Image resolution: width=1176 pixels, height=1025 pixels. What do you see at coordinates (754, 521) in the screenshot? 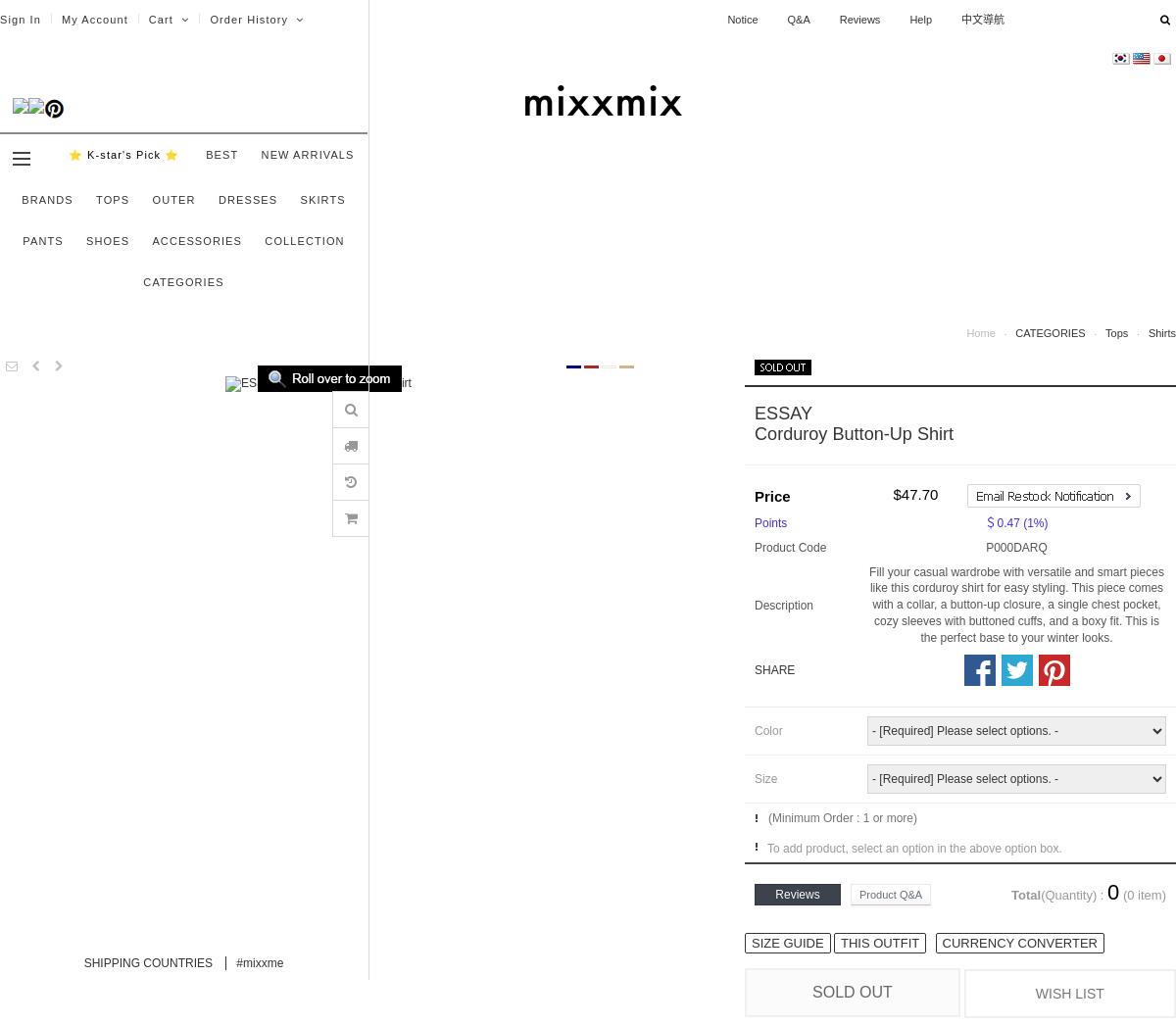
I see `'Points'` at bounding box center [754, 521].